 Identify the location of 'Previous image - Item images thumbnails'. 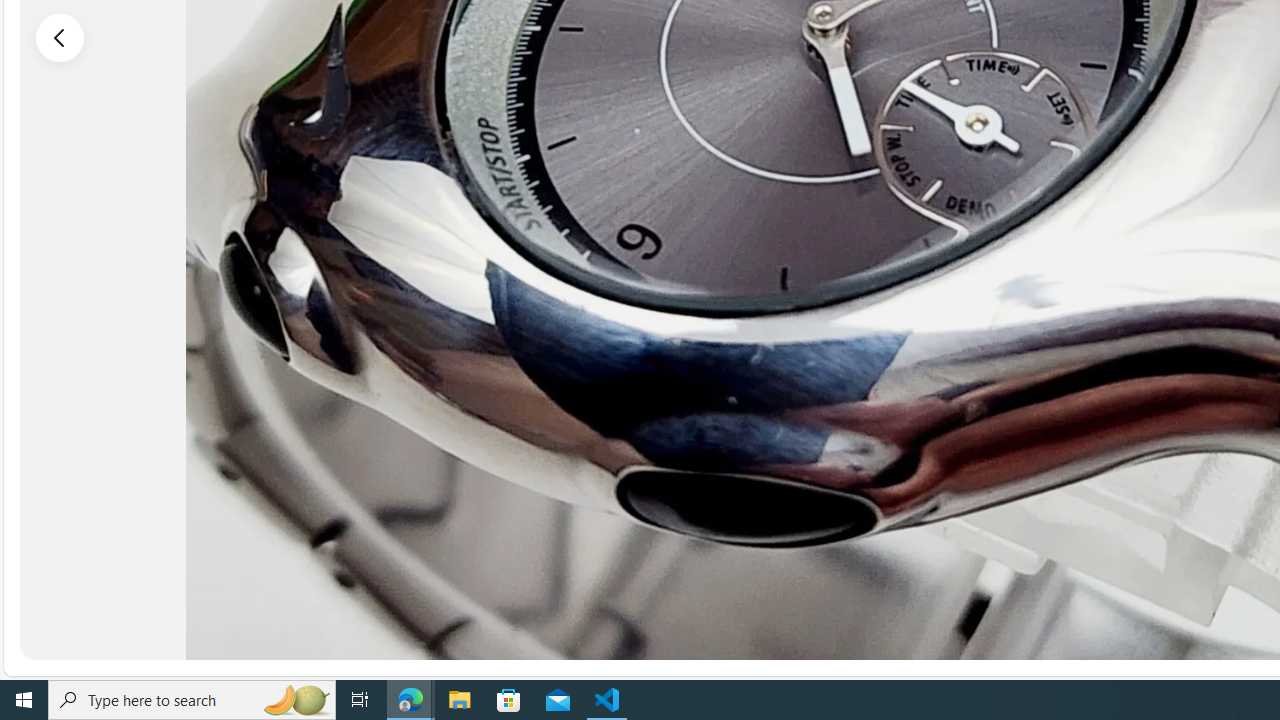
(60, 37).